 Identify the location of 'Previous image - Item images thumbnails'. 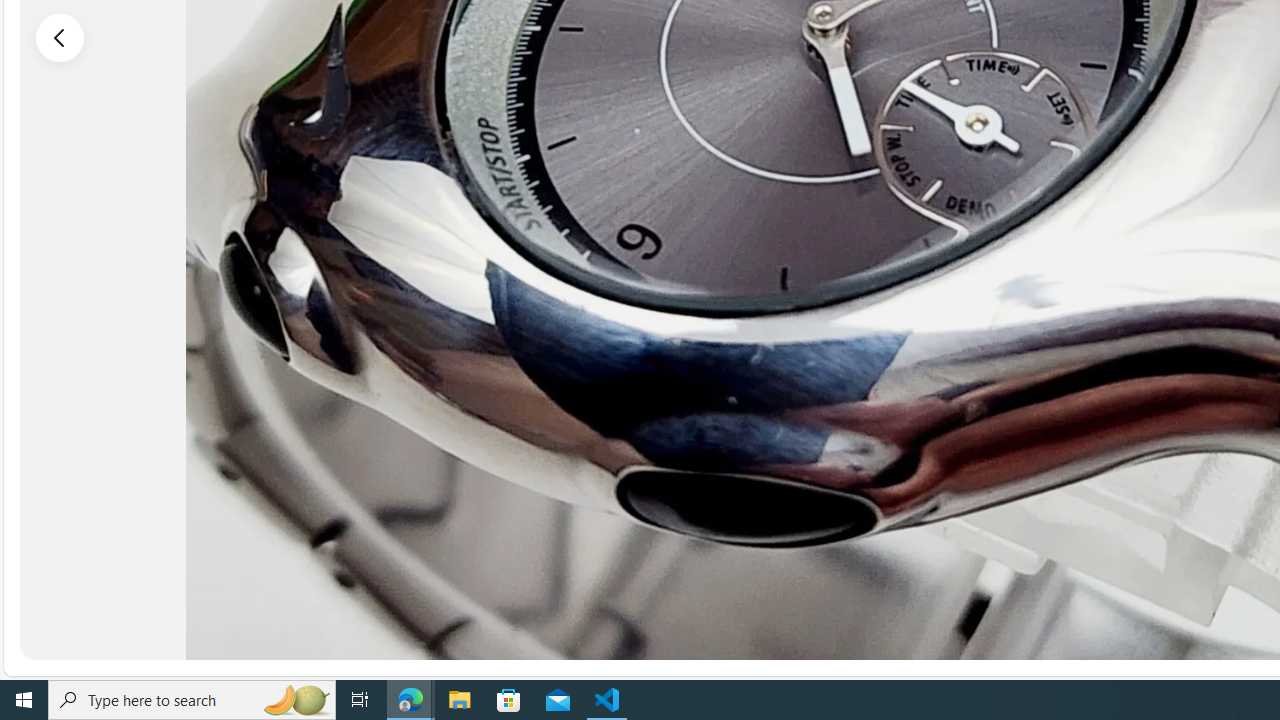
(60, 37).